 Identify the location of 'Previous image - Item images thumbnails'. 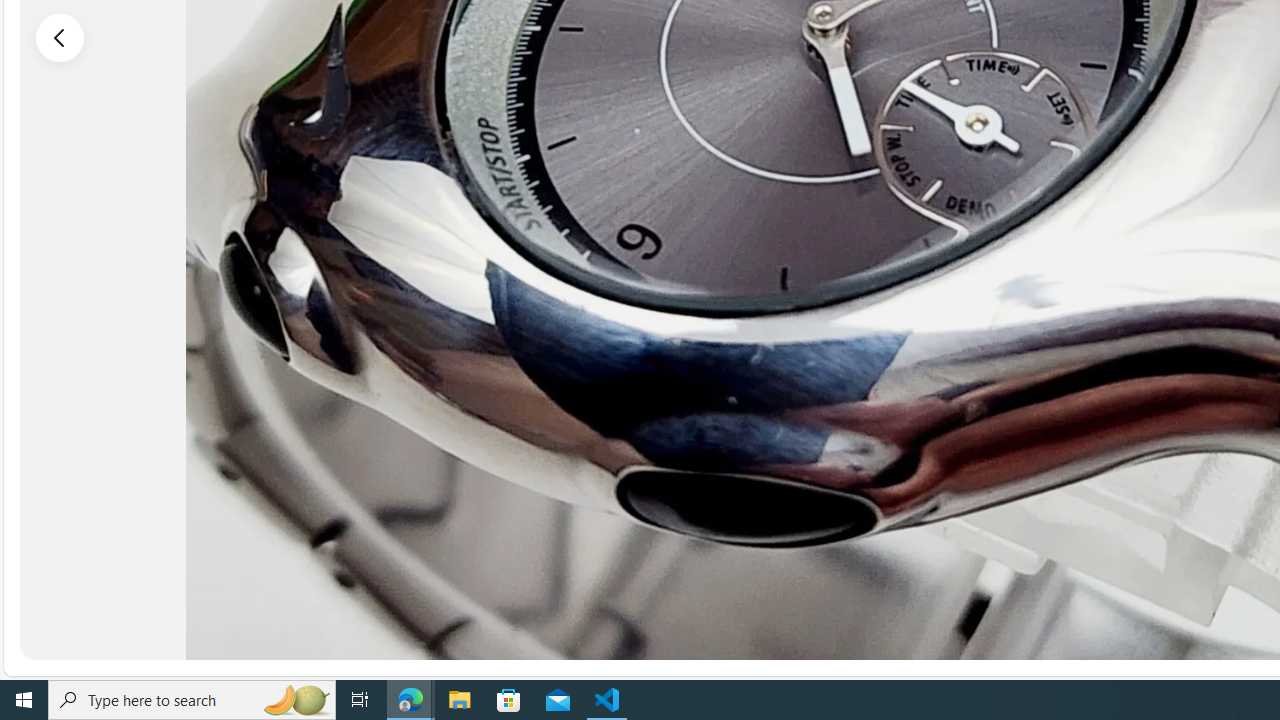
(60, 37).